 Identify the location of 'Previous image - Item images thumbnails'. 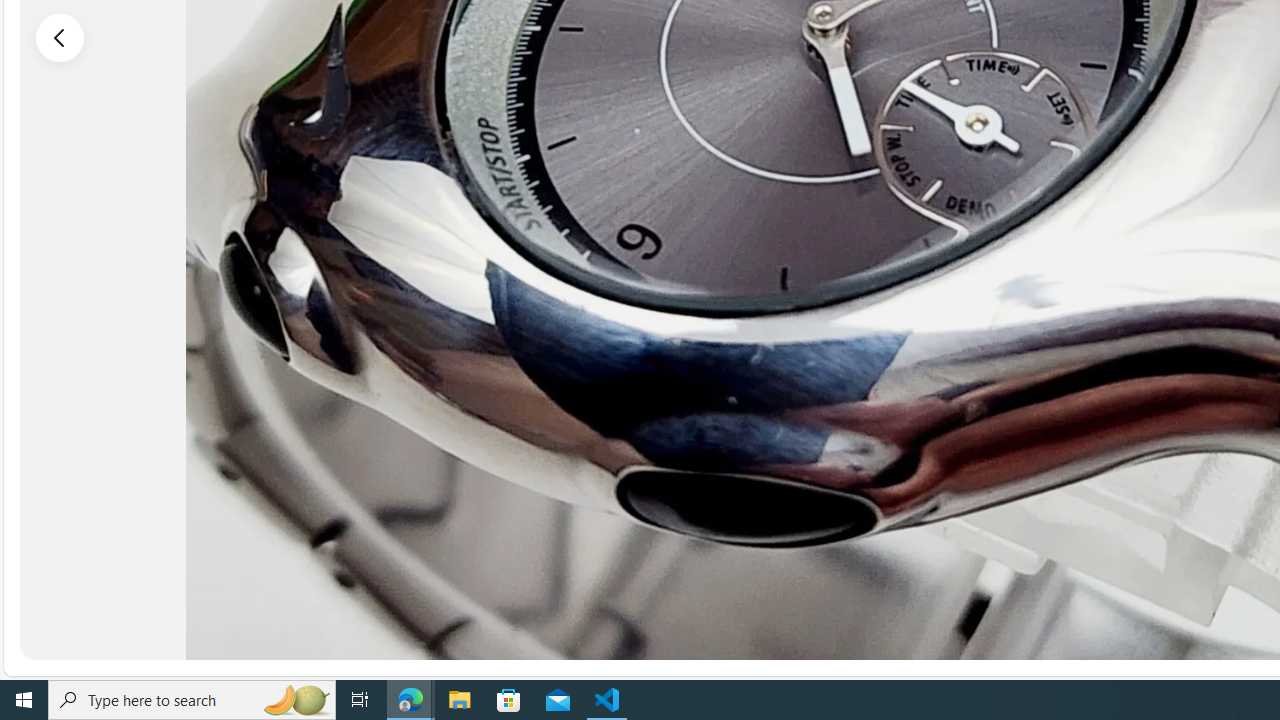
(60, 37).